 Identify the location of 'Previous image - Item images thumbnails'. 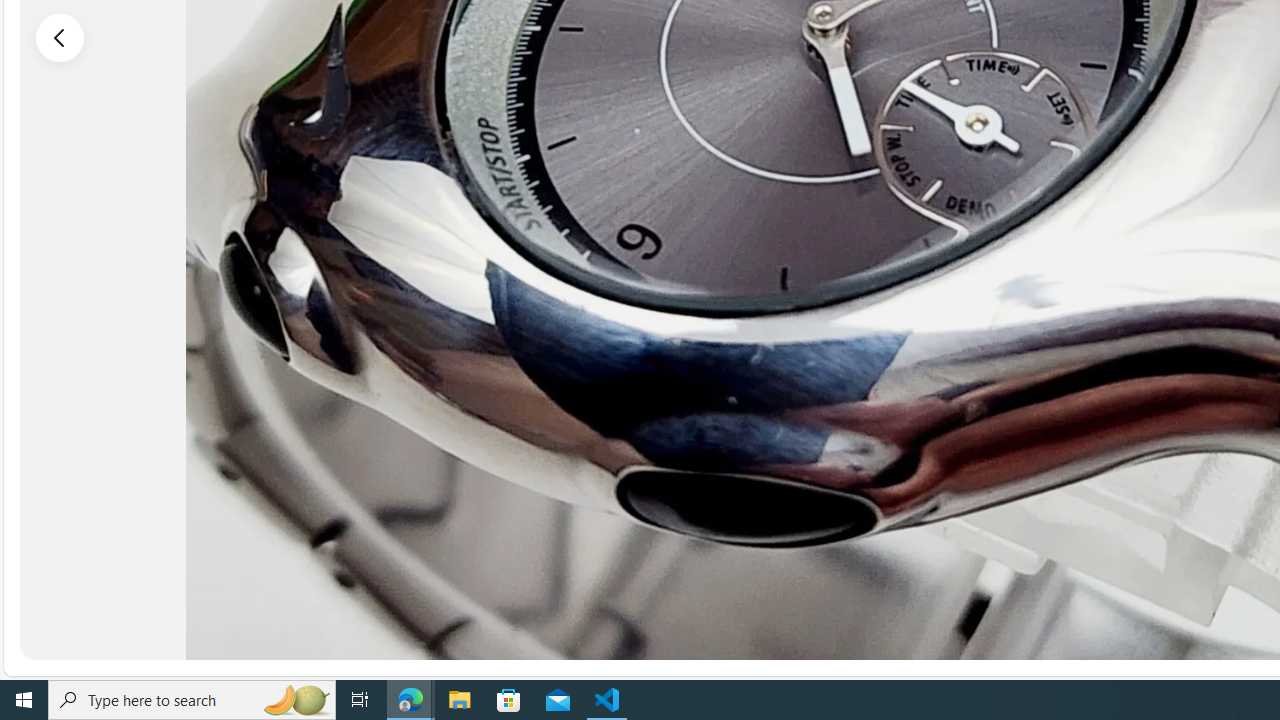
(60, 37).